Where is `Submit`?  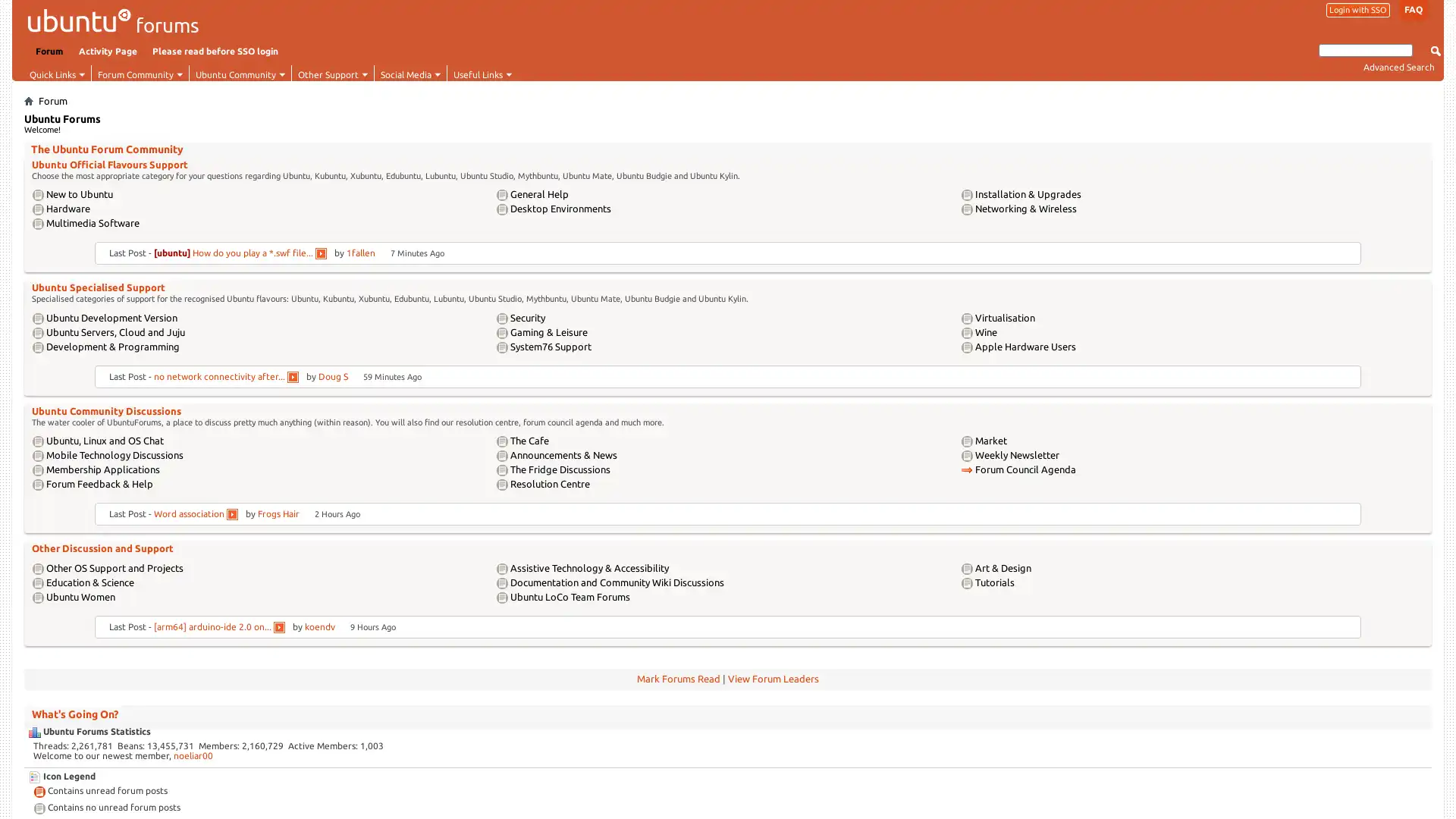
Submit is located at coordinates (1436, 49).